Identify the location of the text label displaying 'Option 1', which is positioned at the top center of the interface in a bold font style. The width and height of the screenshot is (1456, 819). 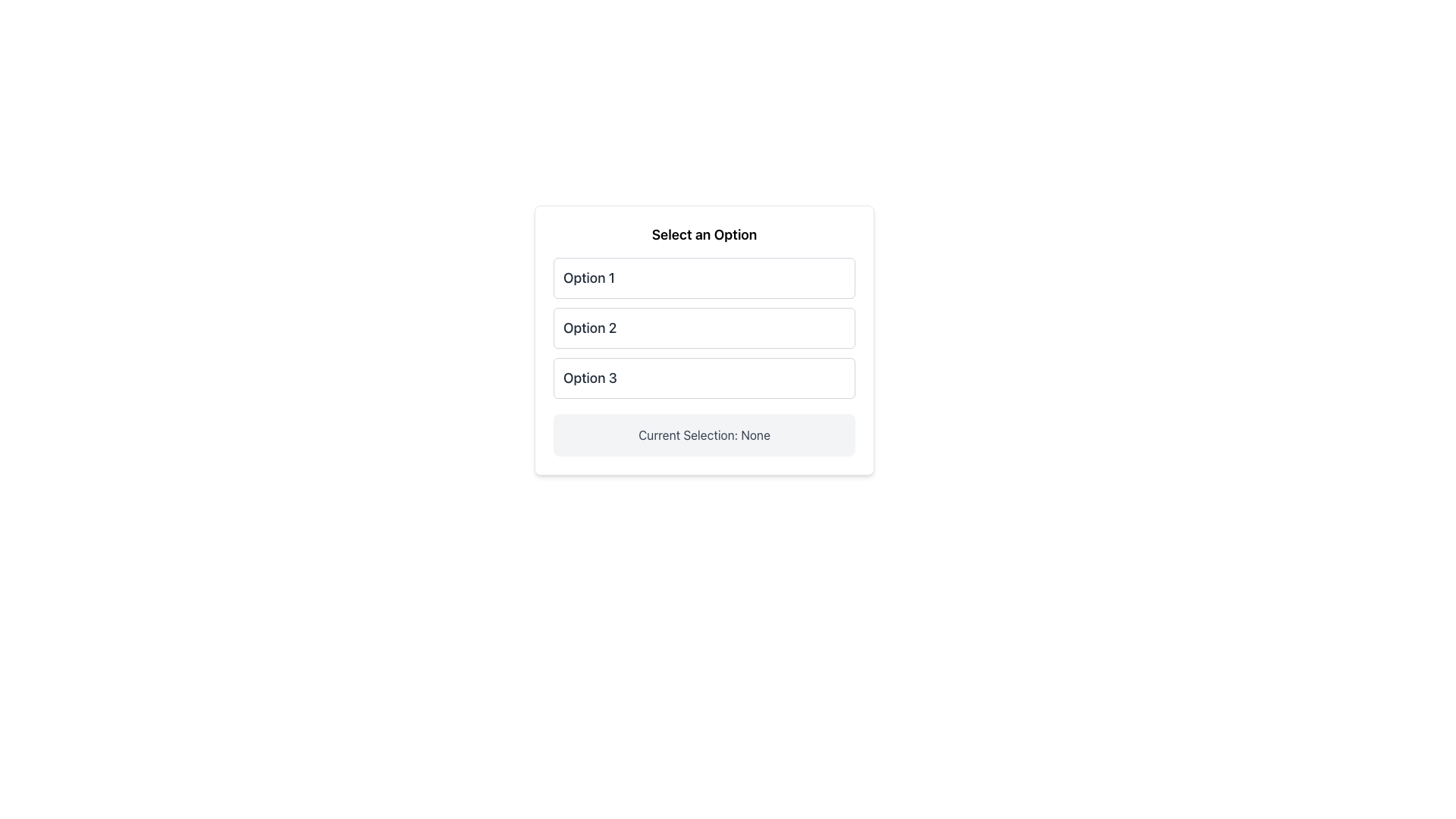
(588, 278).